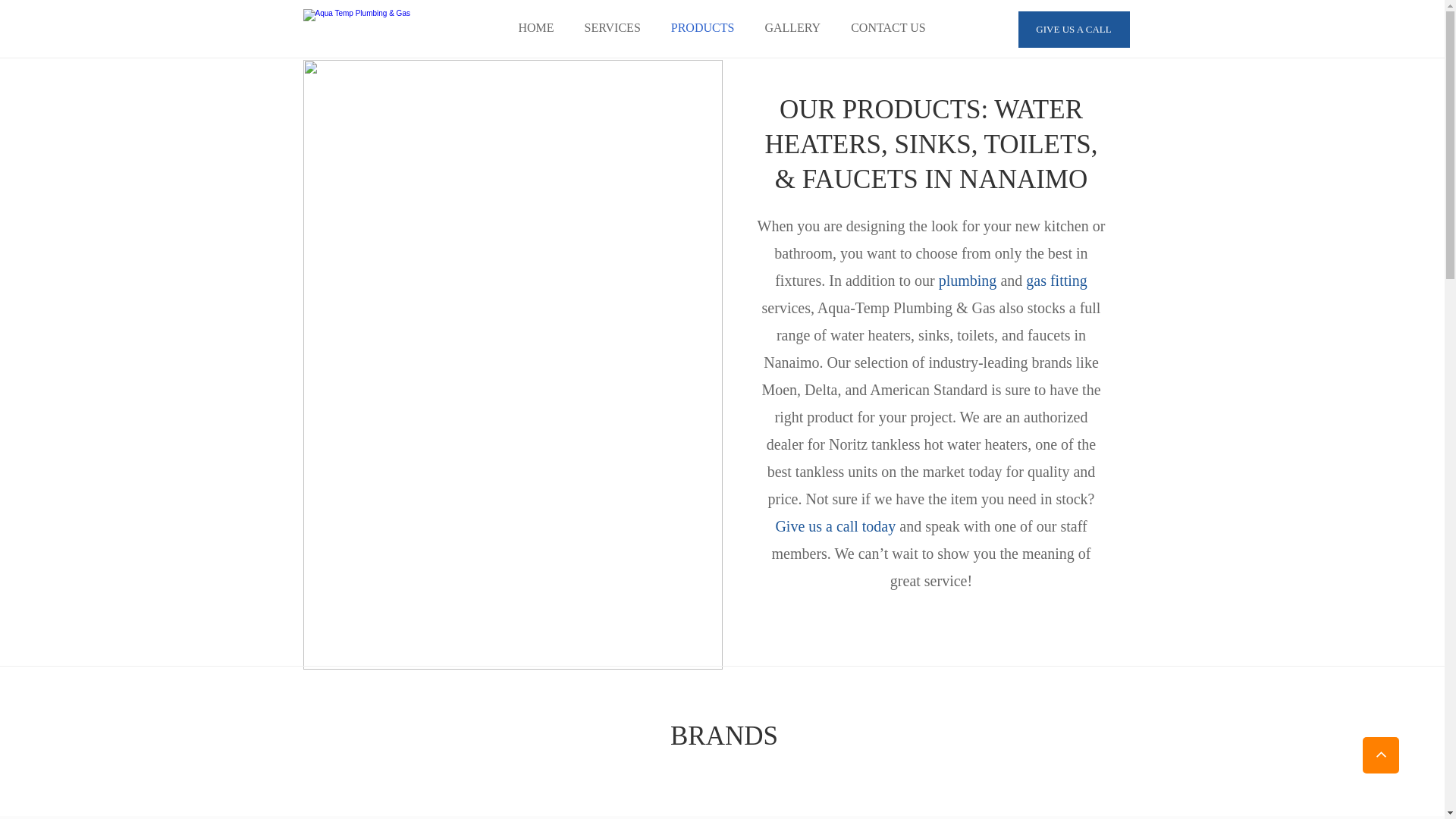  Describe the element at coordinates (655, 28) in the screenshot. I see `'PRODUCTS'` at that location.